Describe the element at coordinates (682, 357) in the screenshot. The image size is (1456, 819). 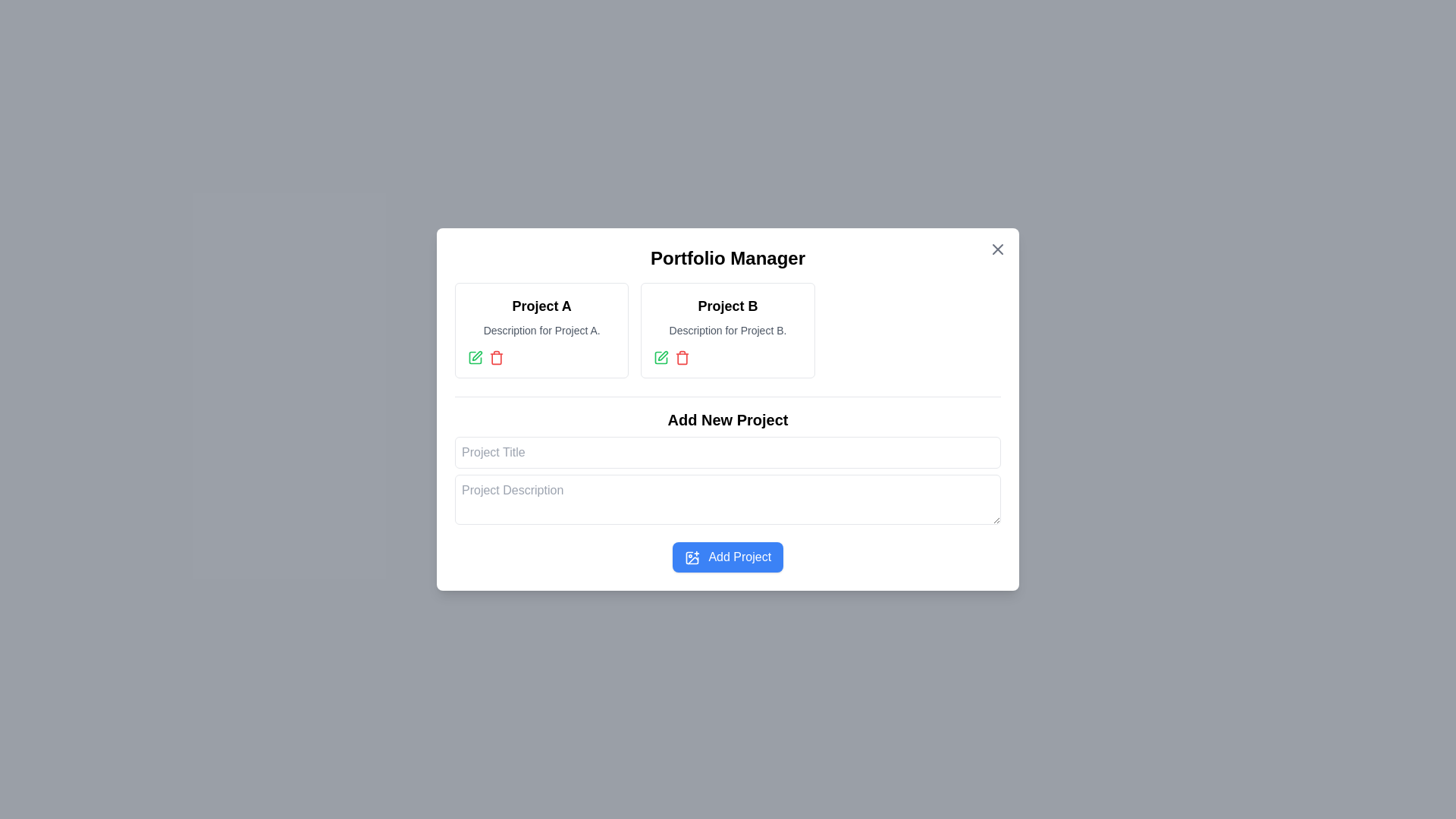
I see `the delete button located in the 'Project B' section of the Portfolio Manager` at that location.